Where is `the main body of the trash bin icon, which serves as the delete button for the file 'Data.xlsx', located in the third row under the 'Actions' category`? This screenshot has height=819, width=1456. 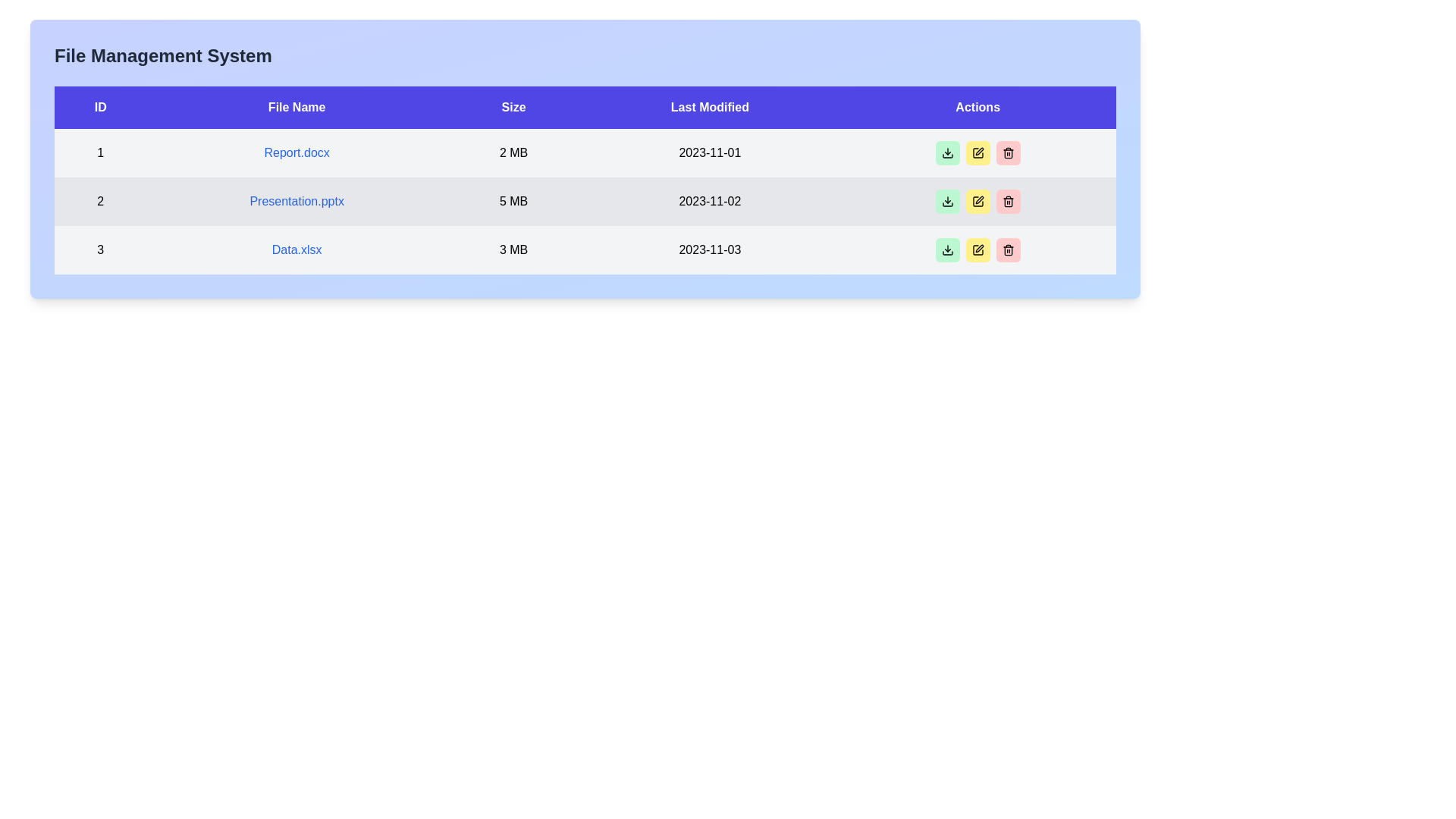 the main body of the trash bin icon, which serves as the delete button for the file 'Data.xlsx', located in the third row under the 'Actions' category is located at coordinates (1008, 202).